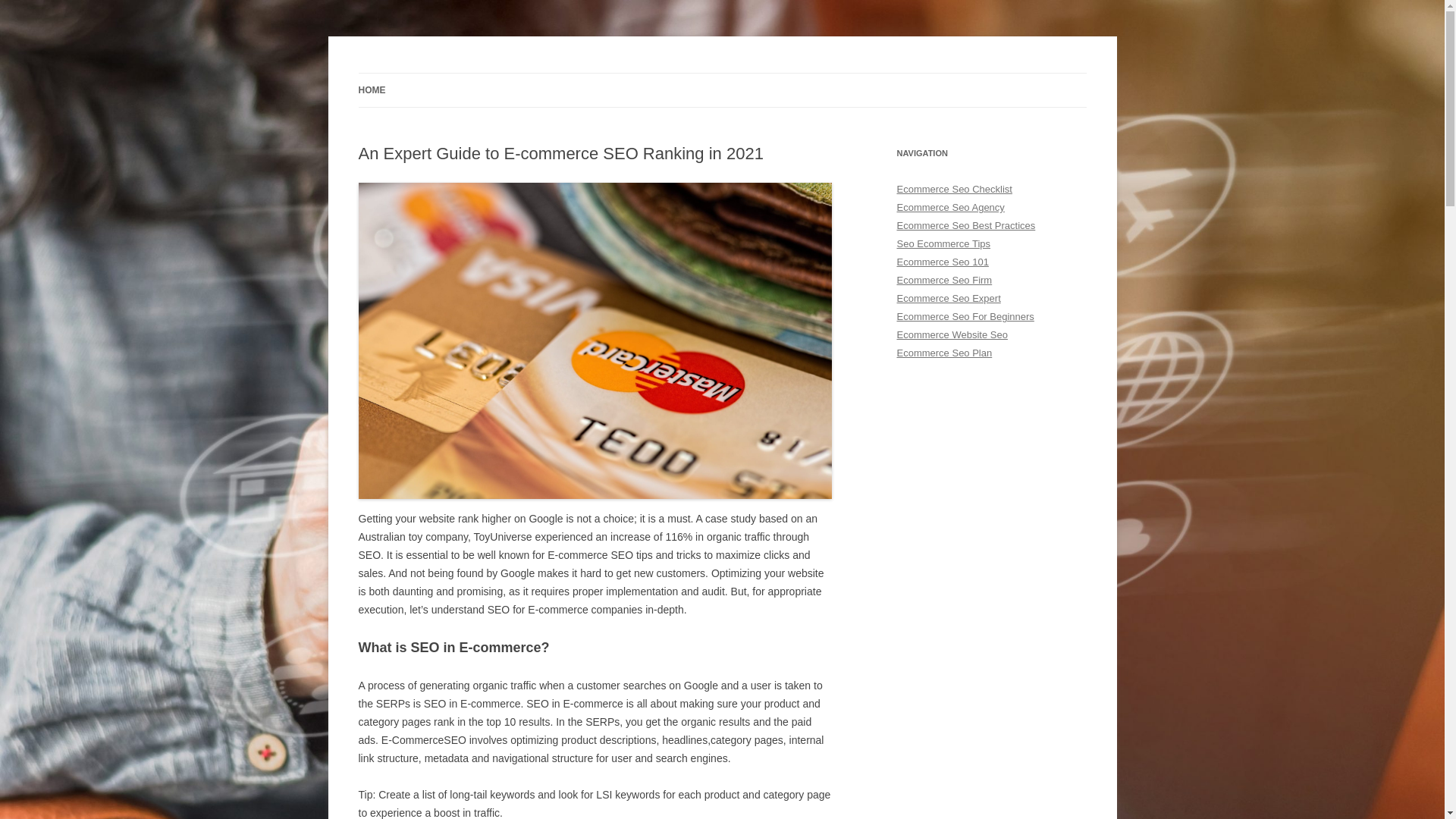  What do you see at coordinates (356, 90) in the screenshot?
I see `'HOME'` at bounding box center [356, 90].